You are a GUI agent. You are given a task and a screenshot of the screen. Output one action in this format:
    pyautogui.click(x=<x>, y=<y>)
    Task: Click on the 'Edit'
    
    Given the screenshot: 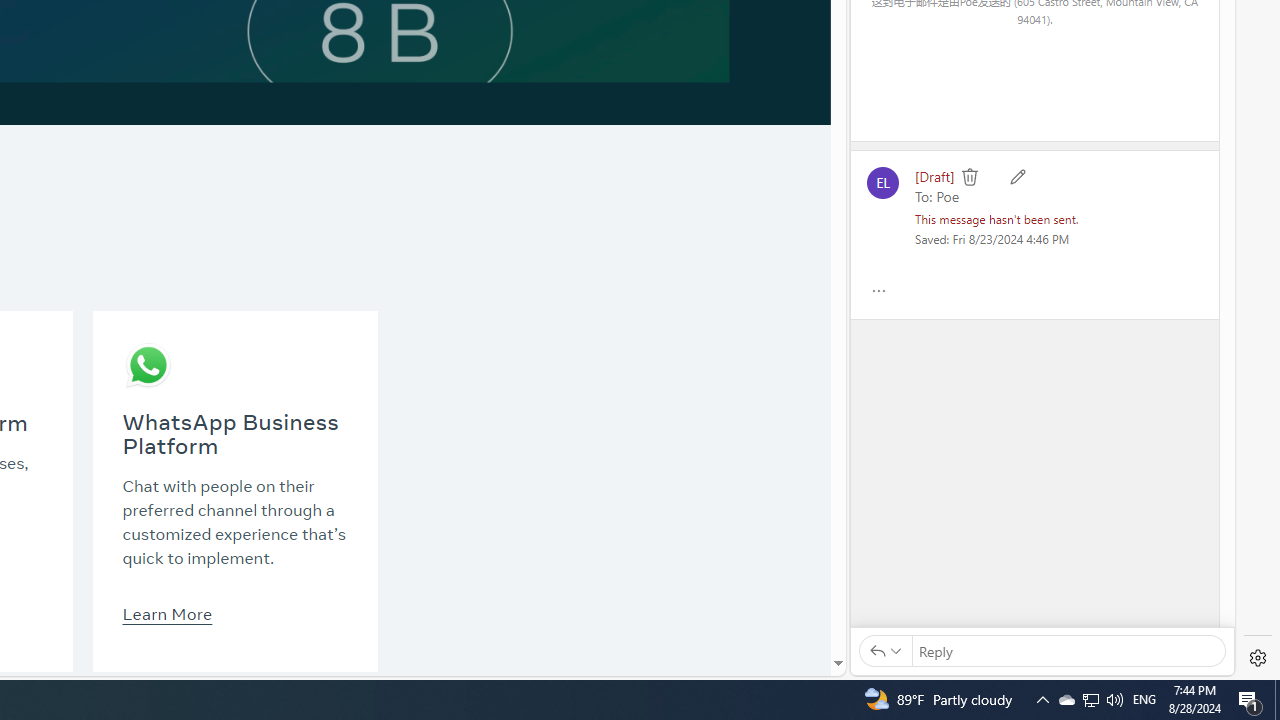 What is the action you would take?
    pyautogui.click(x=1018, y=175)
    